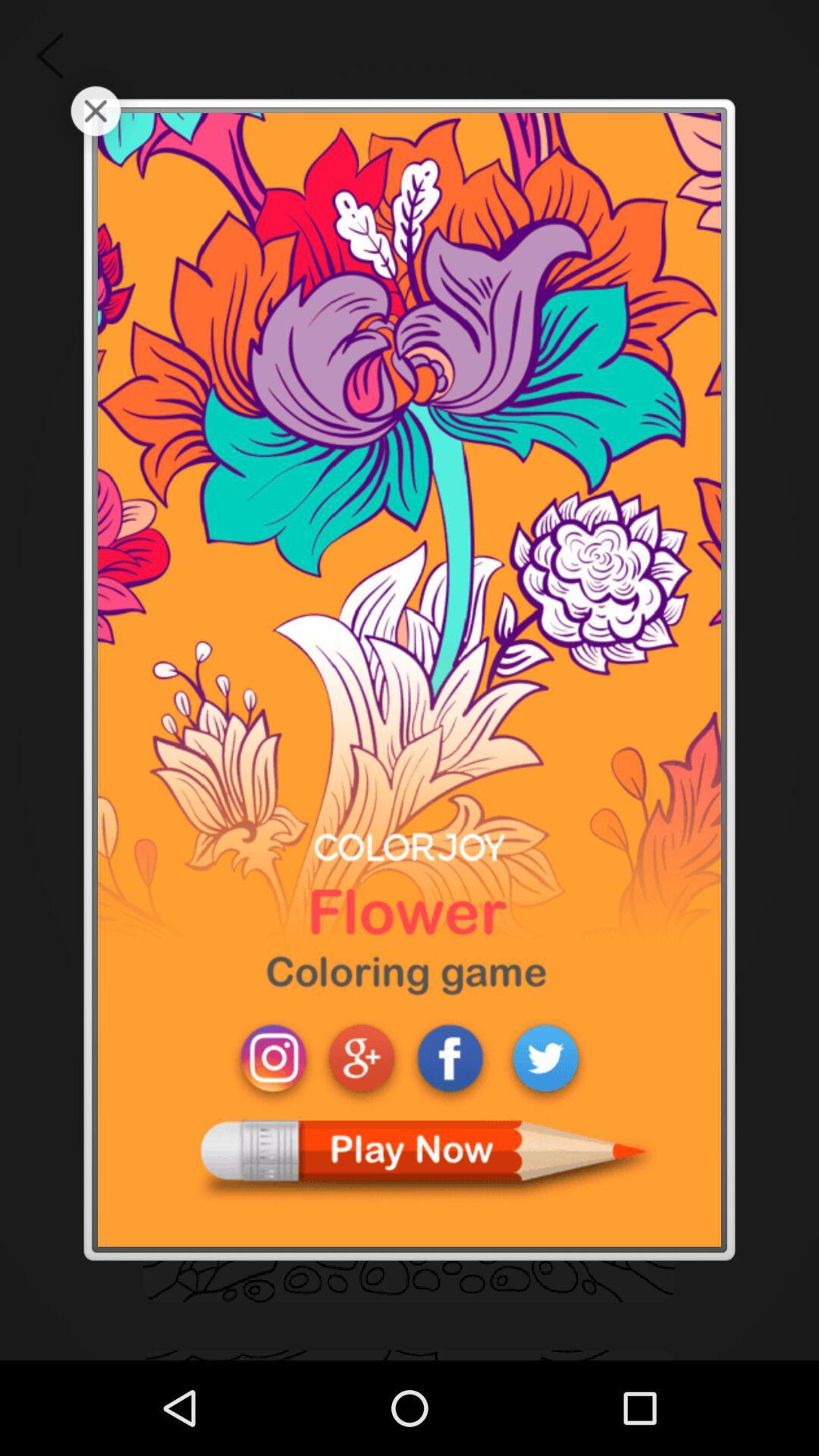  What do you see at coordinates (96, 110) in the screenshot?
I see `advertisements` at bounding box center [96, 110].